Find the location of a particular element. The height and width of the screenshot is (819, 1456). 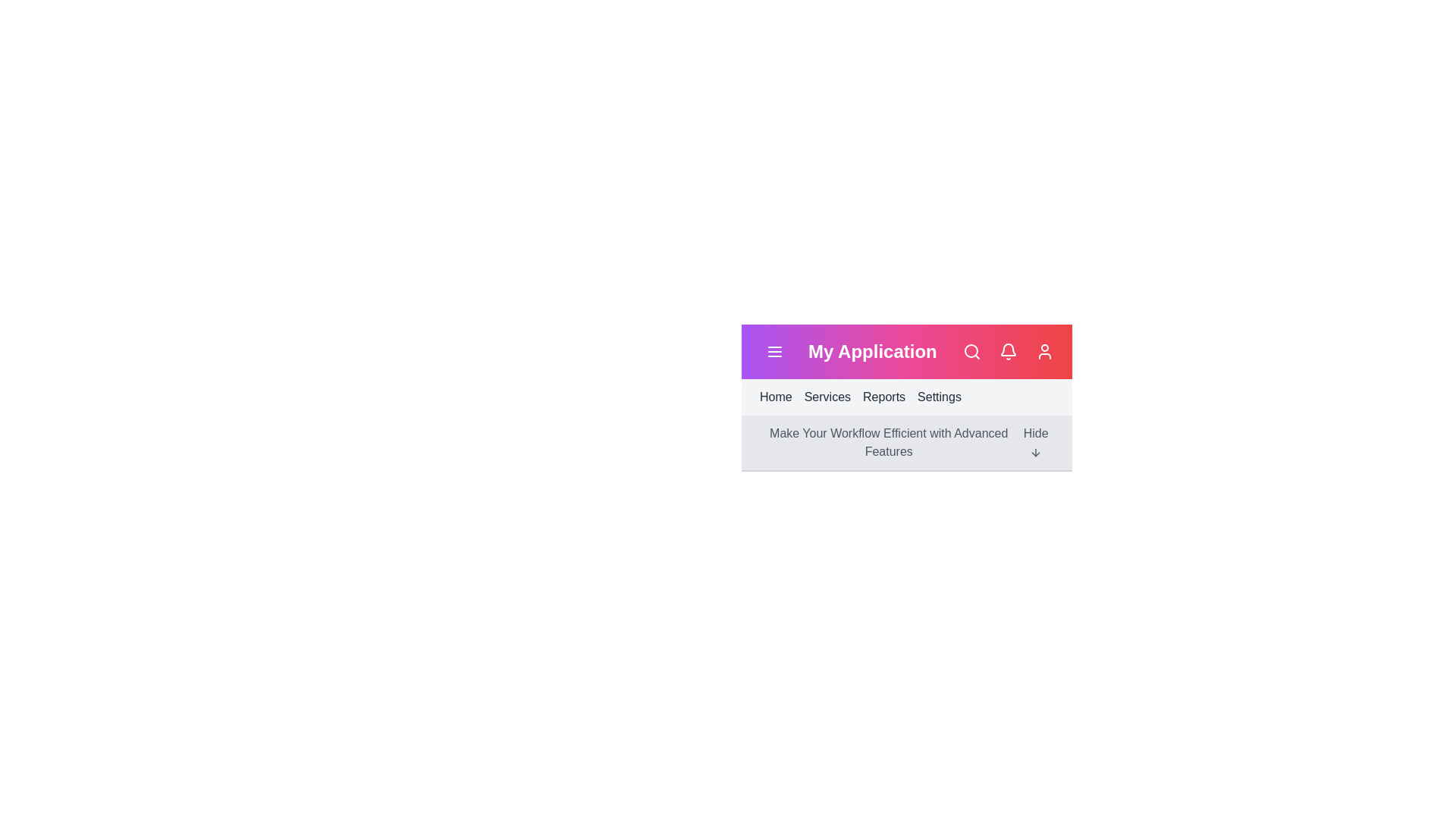

the menu button to toggle the menu visibility is located at coordinates (775, 351).